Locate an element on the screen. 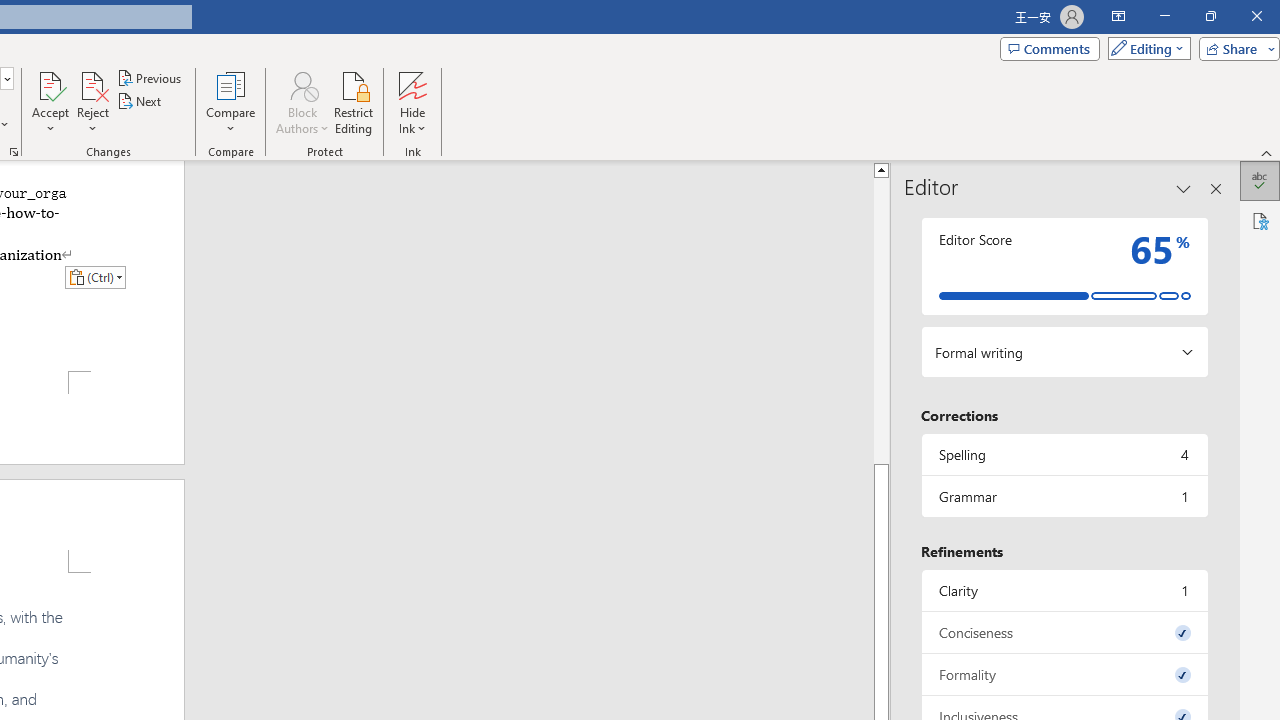  'Next' is located at coordinates (139, 101).